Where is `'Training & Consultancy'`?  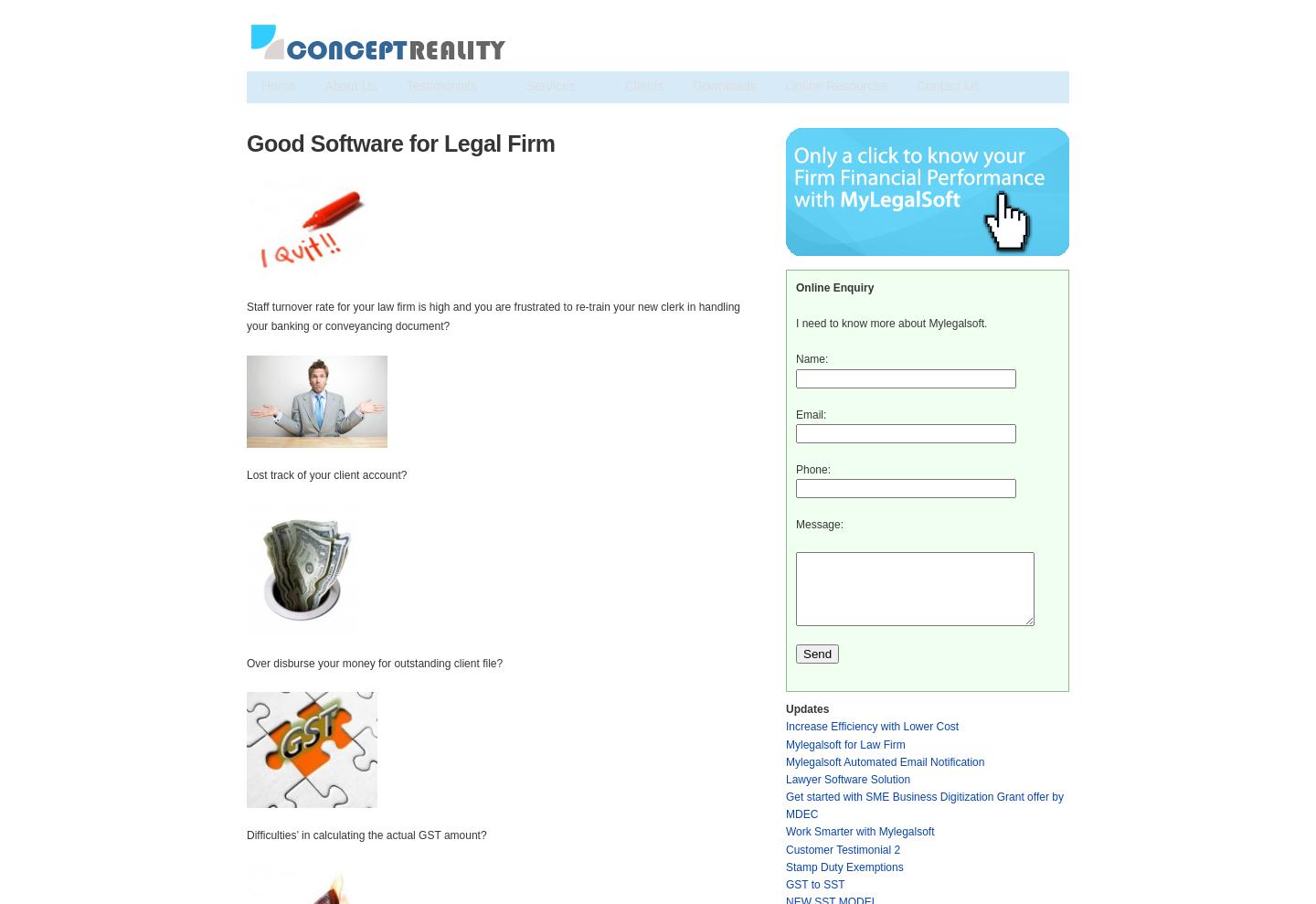 'Training & Consultancy' is located at coordinates (316, 122).